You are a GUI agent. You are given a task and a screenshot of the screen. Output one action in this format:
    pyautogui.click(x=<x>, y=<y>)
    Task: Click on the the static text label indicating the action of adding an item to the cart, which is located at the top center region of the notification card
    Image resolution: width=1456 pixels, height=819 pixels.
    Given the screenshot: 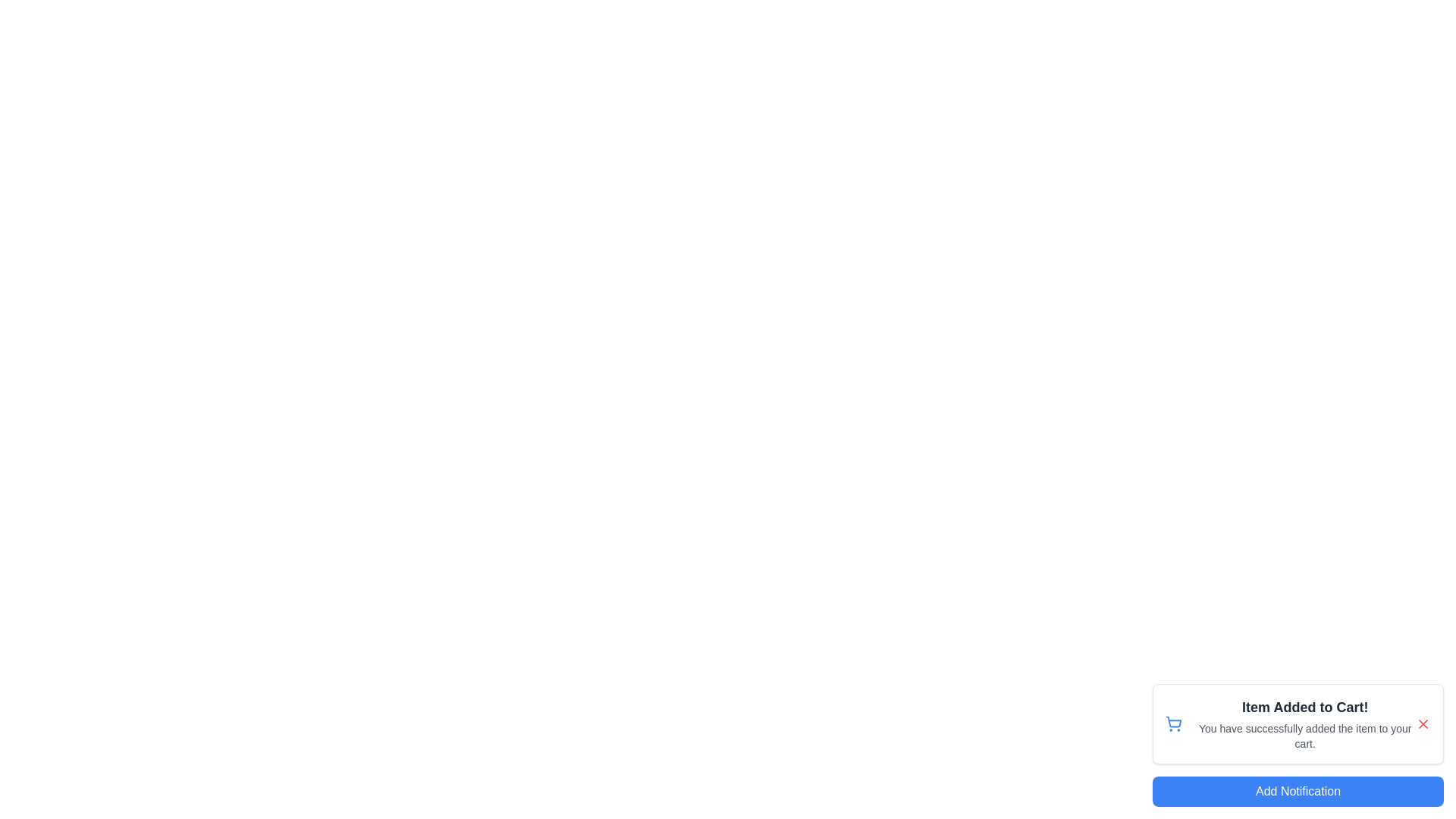 What is the action you would take?
    pyautogui.click(x=1304, y=708)
    